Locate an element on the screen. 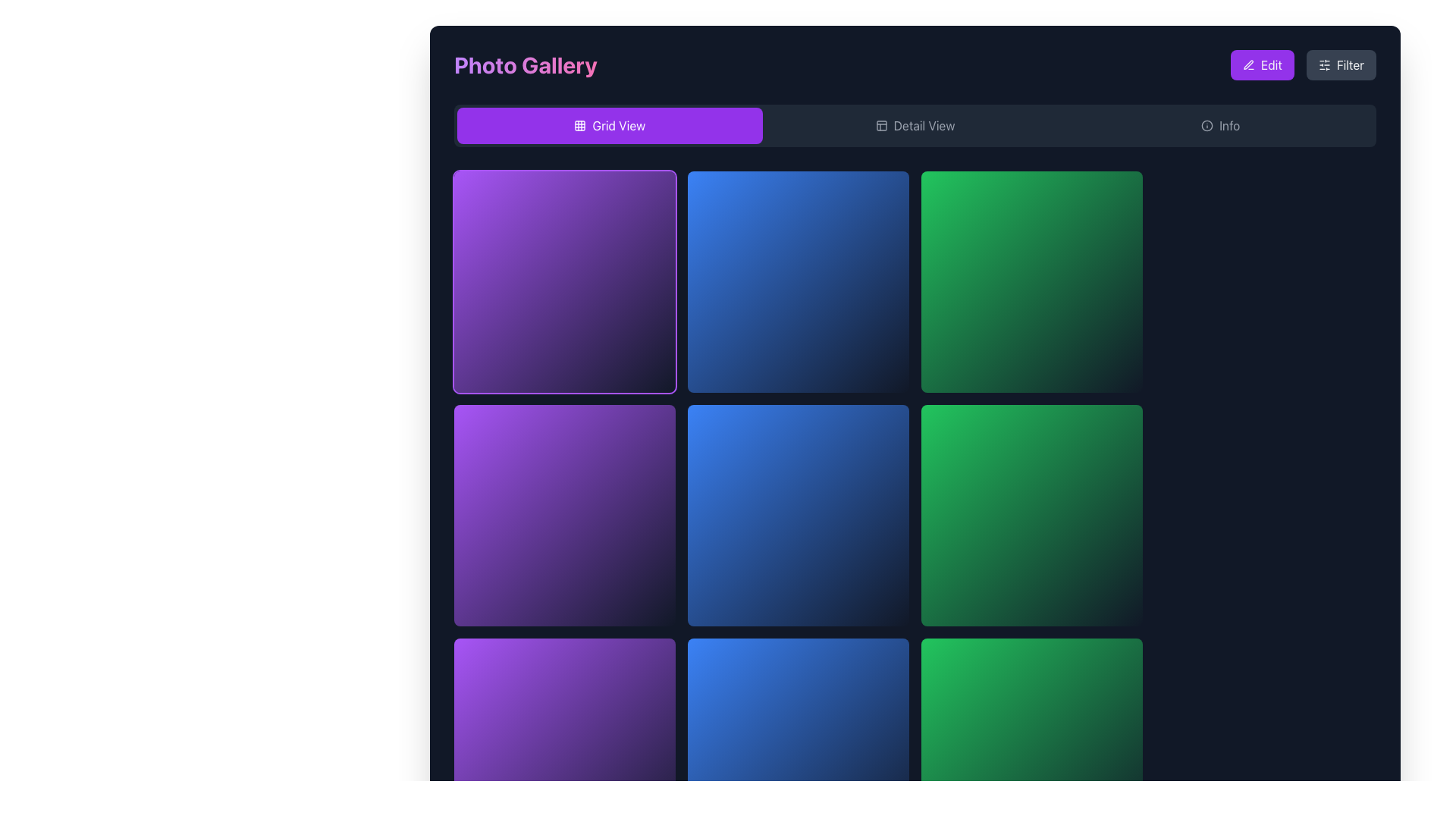  the interactive visual grid tile located in the second column of the third row is located at coordinates (797, 514).